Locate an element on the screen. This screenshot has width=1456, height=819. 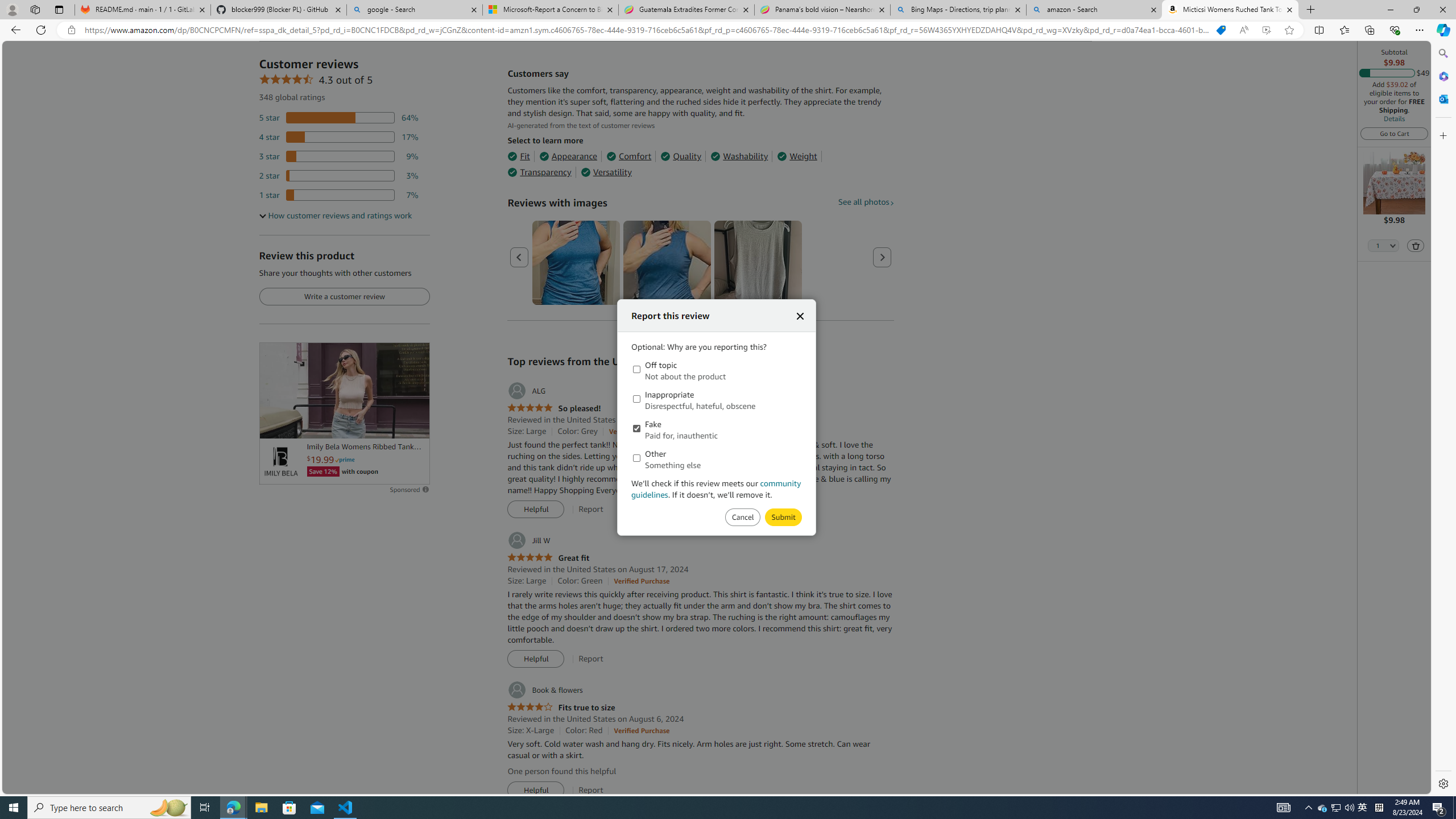
'community guidelines' is located at coordinates (716, 488).